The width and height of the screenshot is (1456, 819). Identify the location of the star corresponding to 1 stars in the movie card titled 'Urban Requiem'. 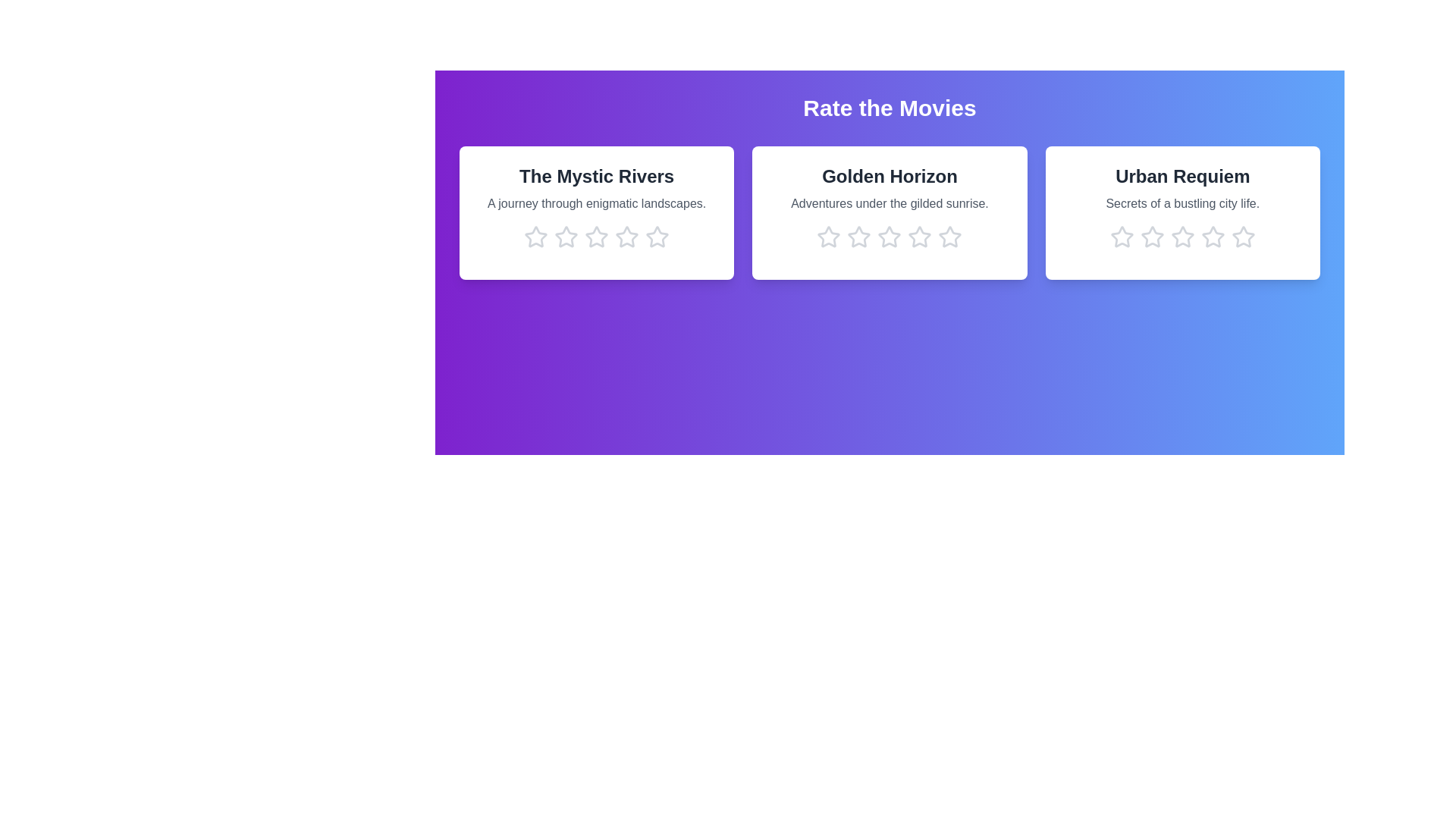
(1122, 237).